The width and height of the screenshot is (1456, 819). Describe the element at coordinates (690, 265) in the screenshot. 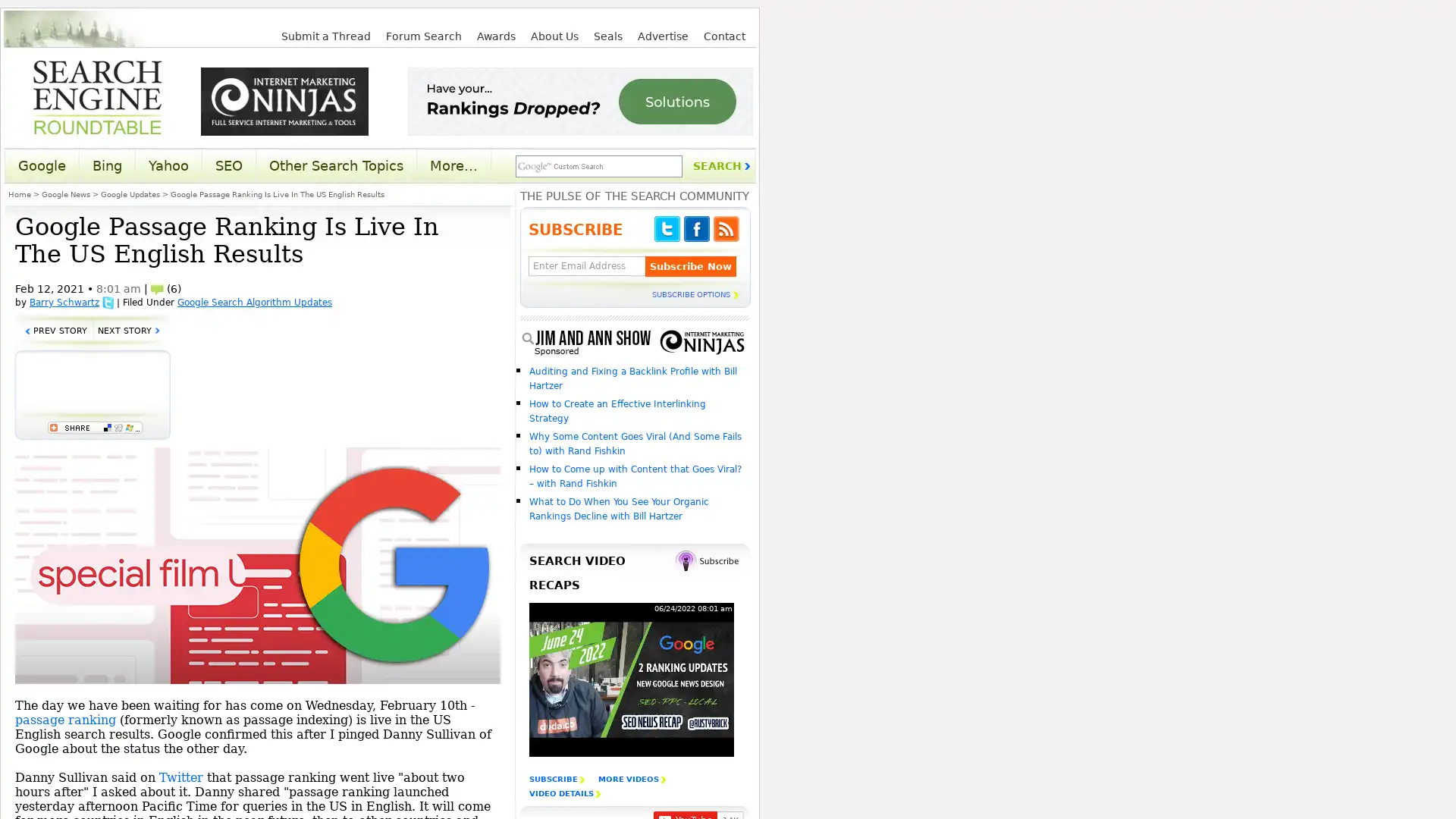

I see `Subscribe Now` at that location.